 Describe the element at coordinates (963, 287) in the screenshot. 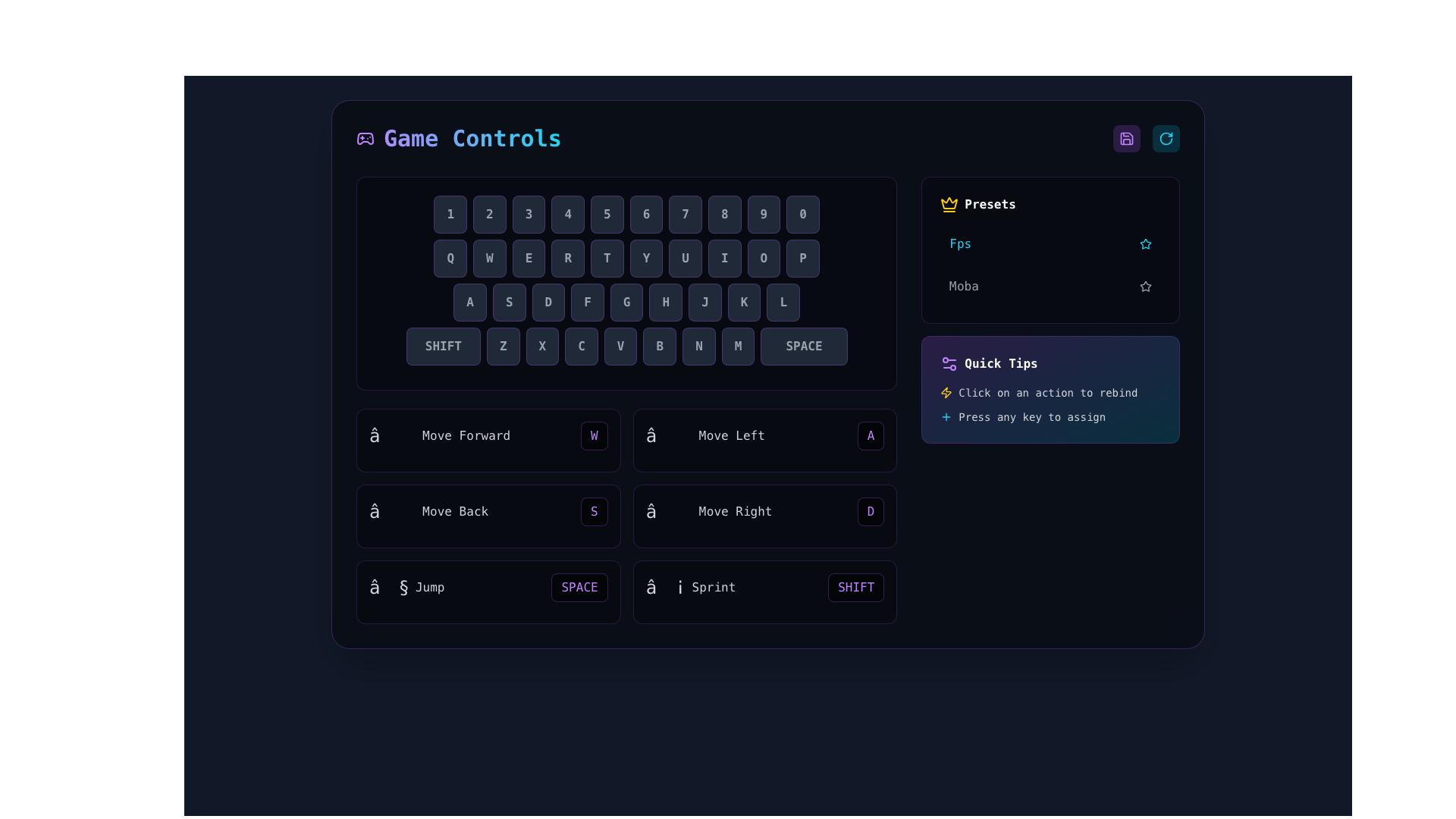

I see `the text label that represents a preset category in the 'Presets' section, located near the top-right corner of the interface` at that location.